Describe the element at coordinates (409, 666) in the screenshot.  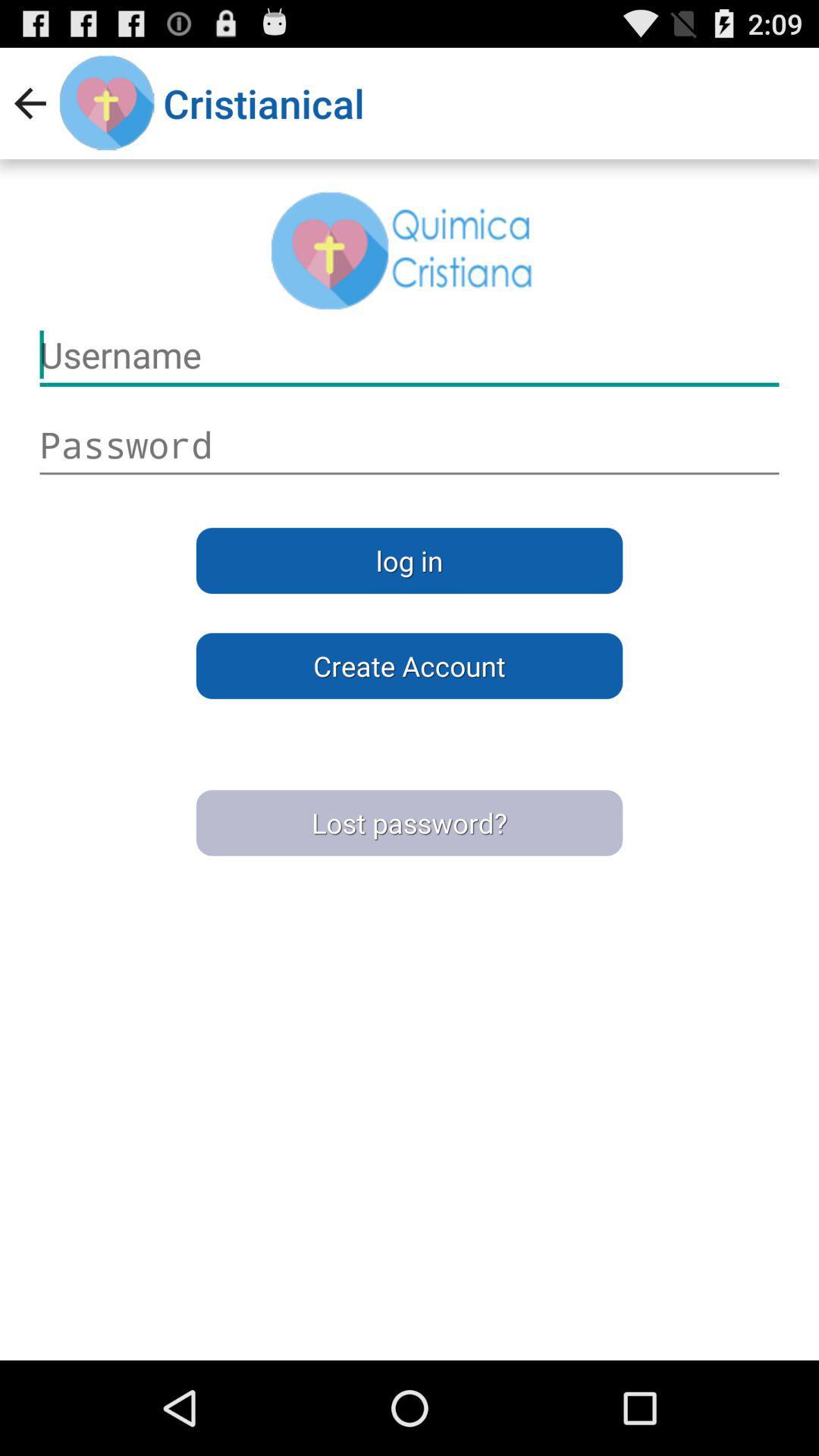
I see `create account item` at that location.